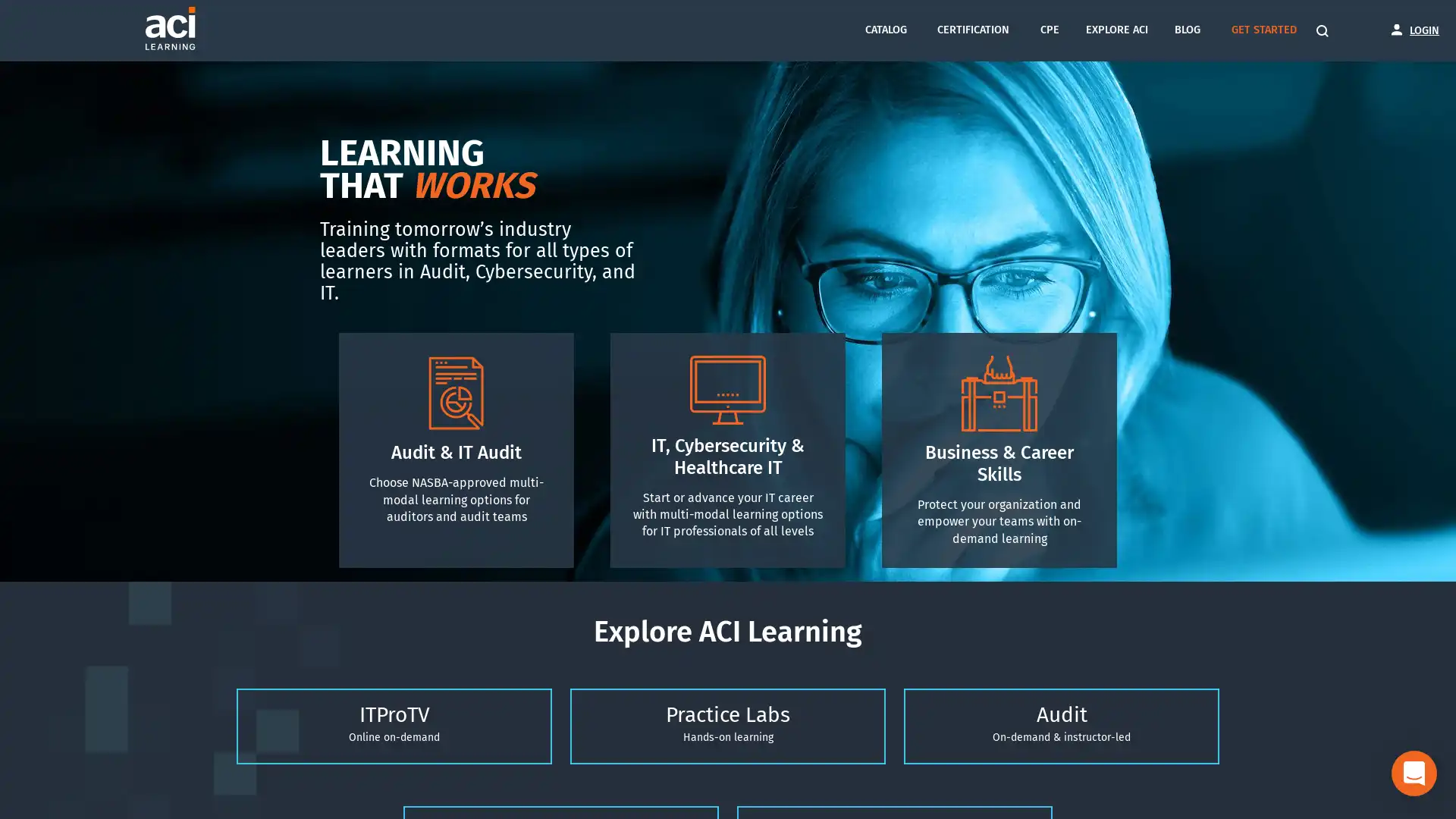  What do you see at coordinates (1185, 30) in the screenshot?
I see `BLOG` at bounding box center [1185, 30].